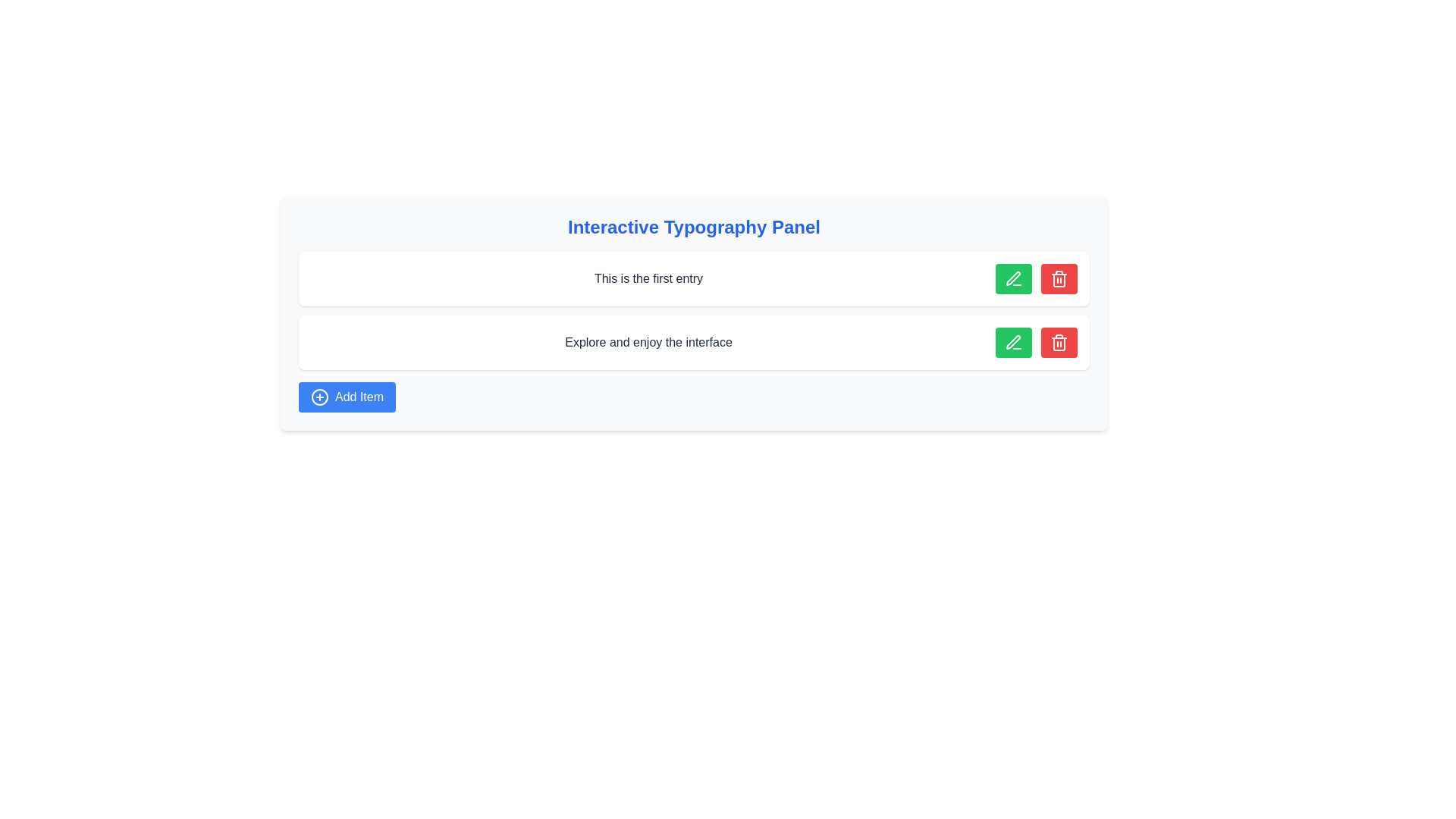 The height and width of the screenshot is (819, 1456). I want to click on the green square button containing the pen icon in the second row of the interactive panel, so click(1012, 342).